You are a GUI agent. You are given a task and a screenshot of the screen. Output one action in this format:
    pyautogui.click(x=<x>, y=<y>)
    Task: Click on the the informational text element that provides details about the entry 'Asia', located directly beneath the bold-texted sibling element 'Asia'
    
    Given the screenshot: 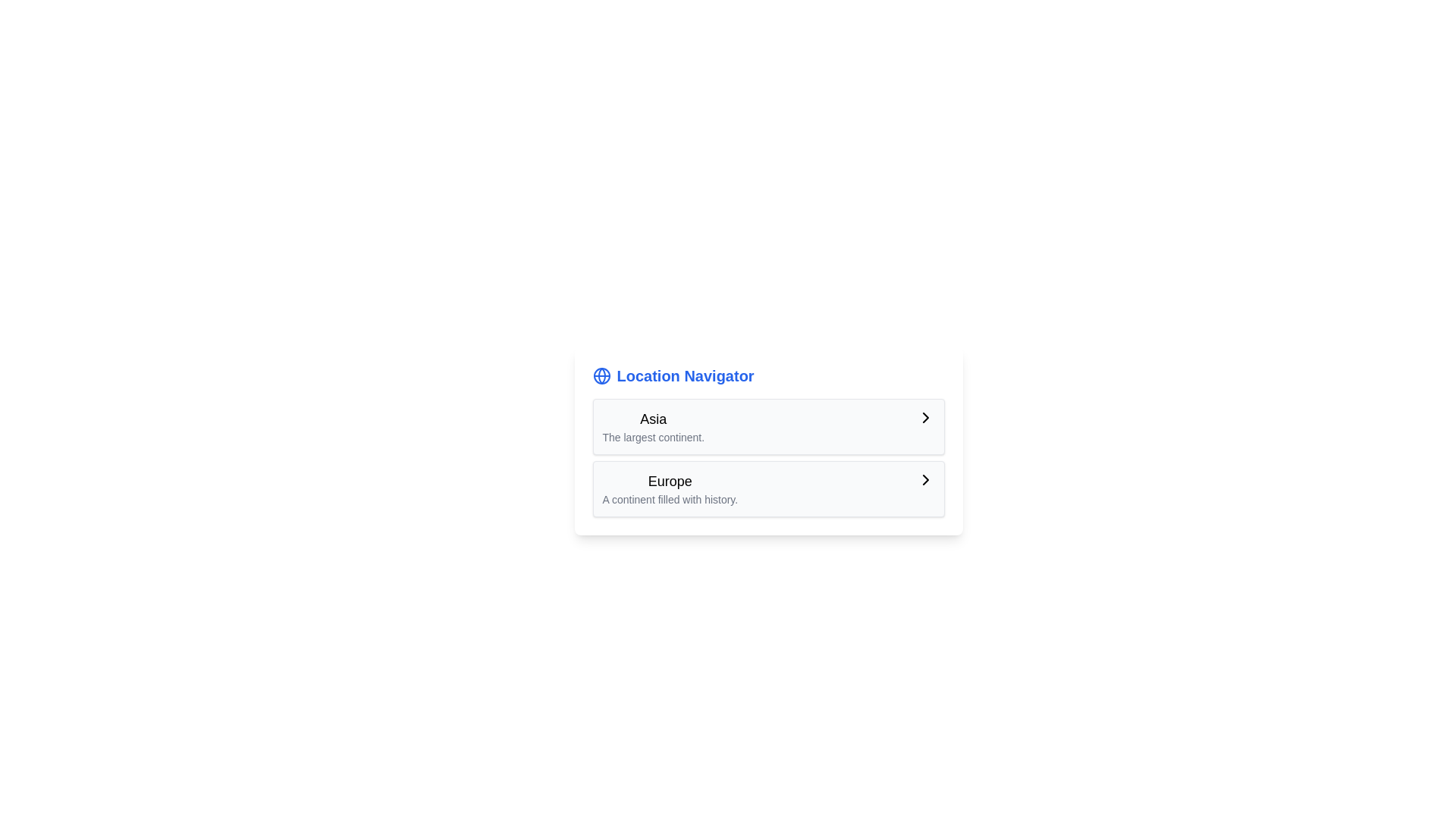 What is the action you would take?
    pyautogui.click(x=653, y=438)
    